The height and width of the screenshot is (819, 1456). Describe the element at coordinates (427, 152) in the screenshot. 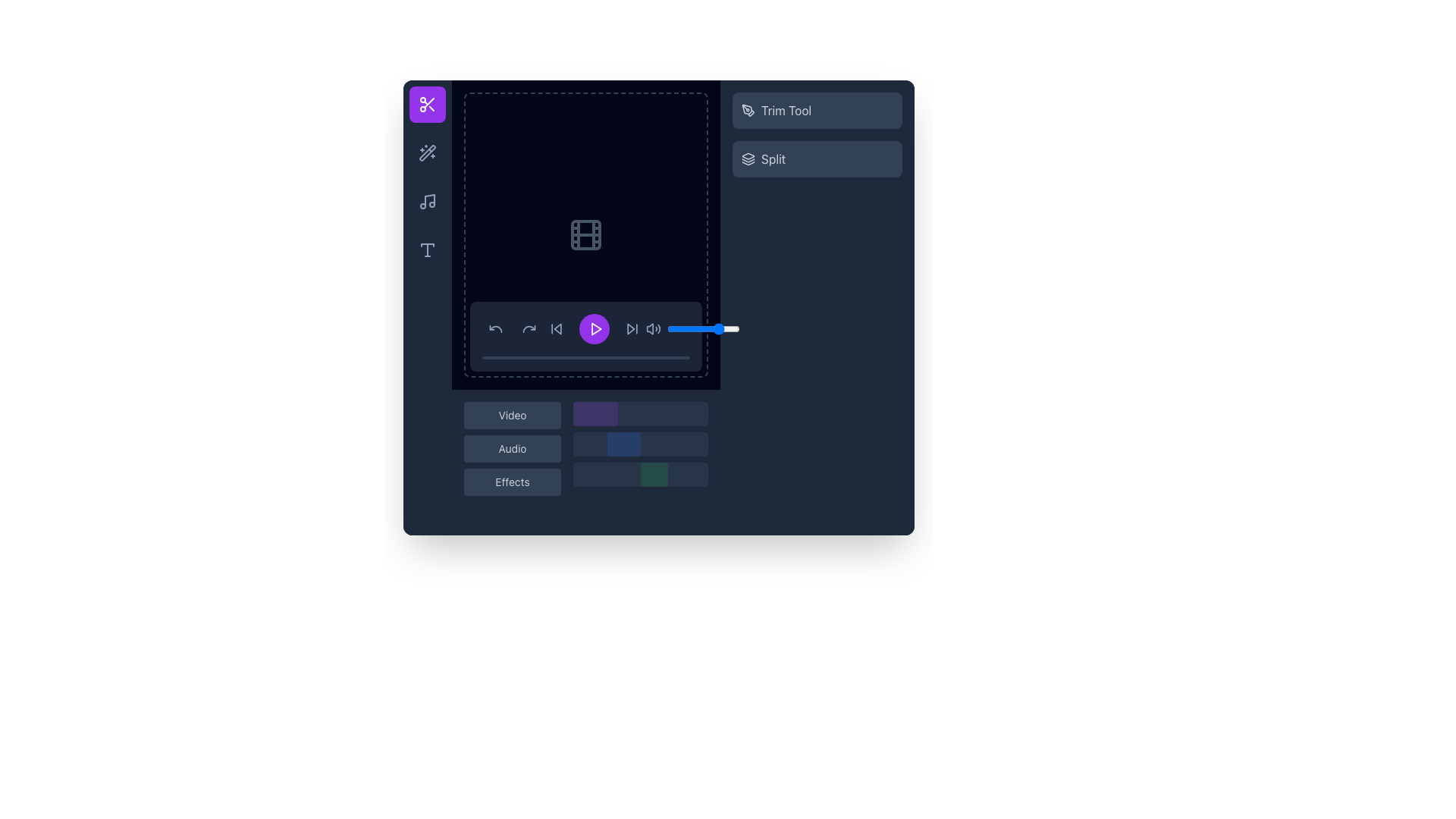

I see `the magic wand icon with sparkles, located in the upper-left section of the interface` at that location.